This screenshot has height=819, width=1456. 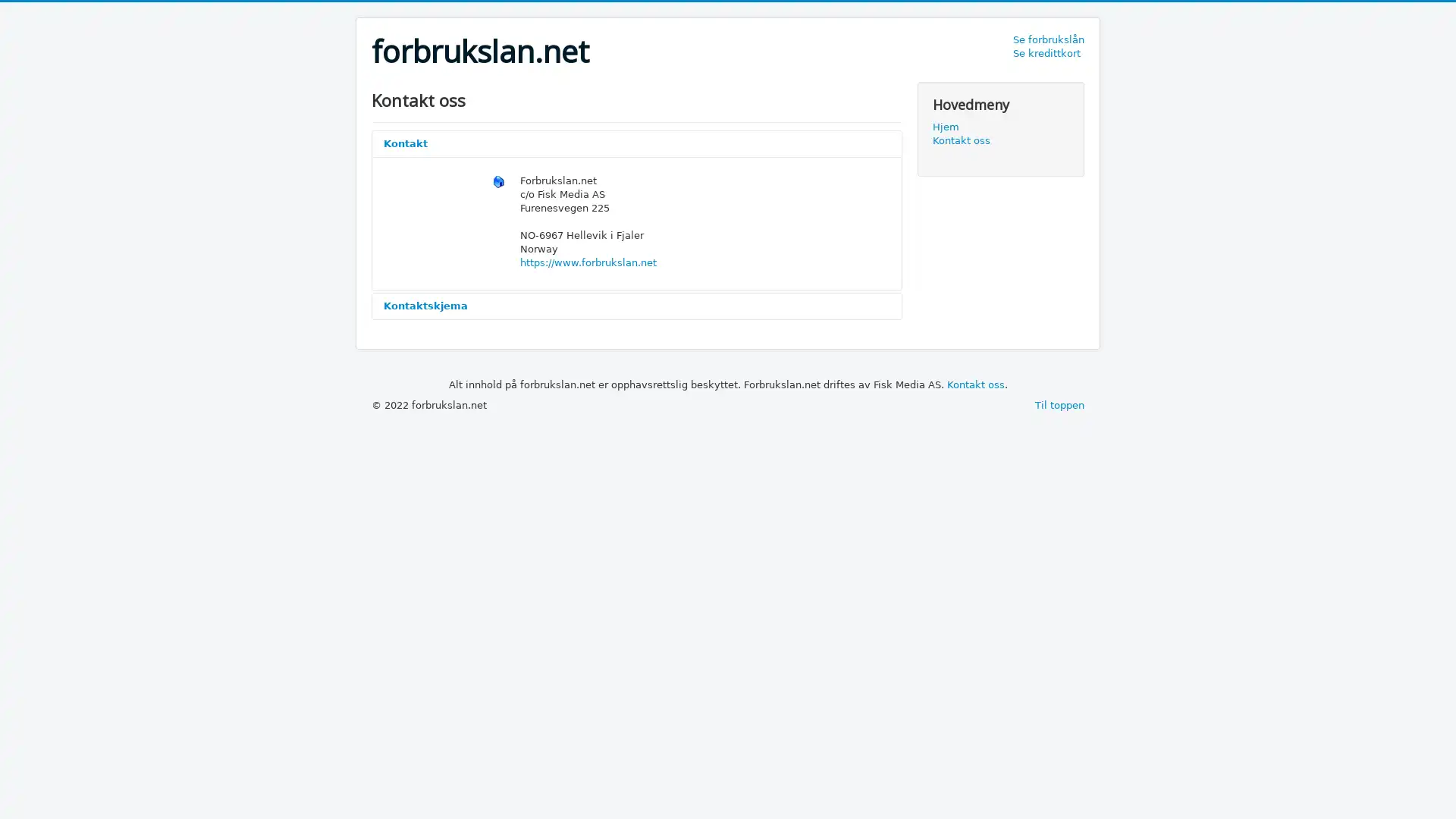 I want to click on Send e-post, so click(x=573, y=718).